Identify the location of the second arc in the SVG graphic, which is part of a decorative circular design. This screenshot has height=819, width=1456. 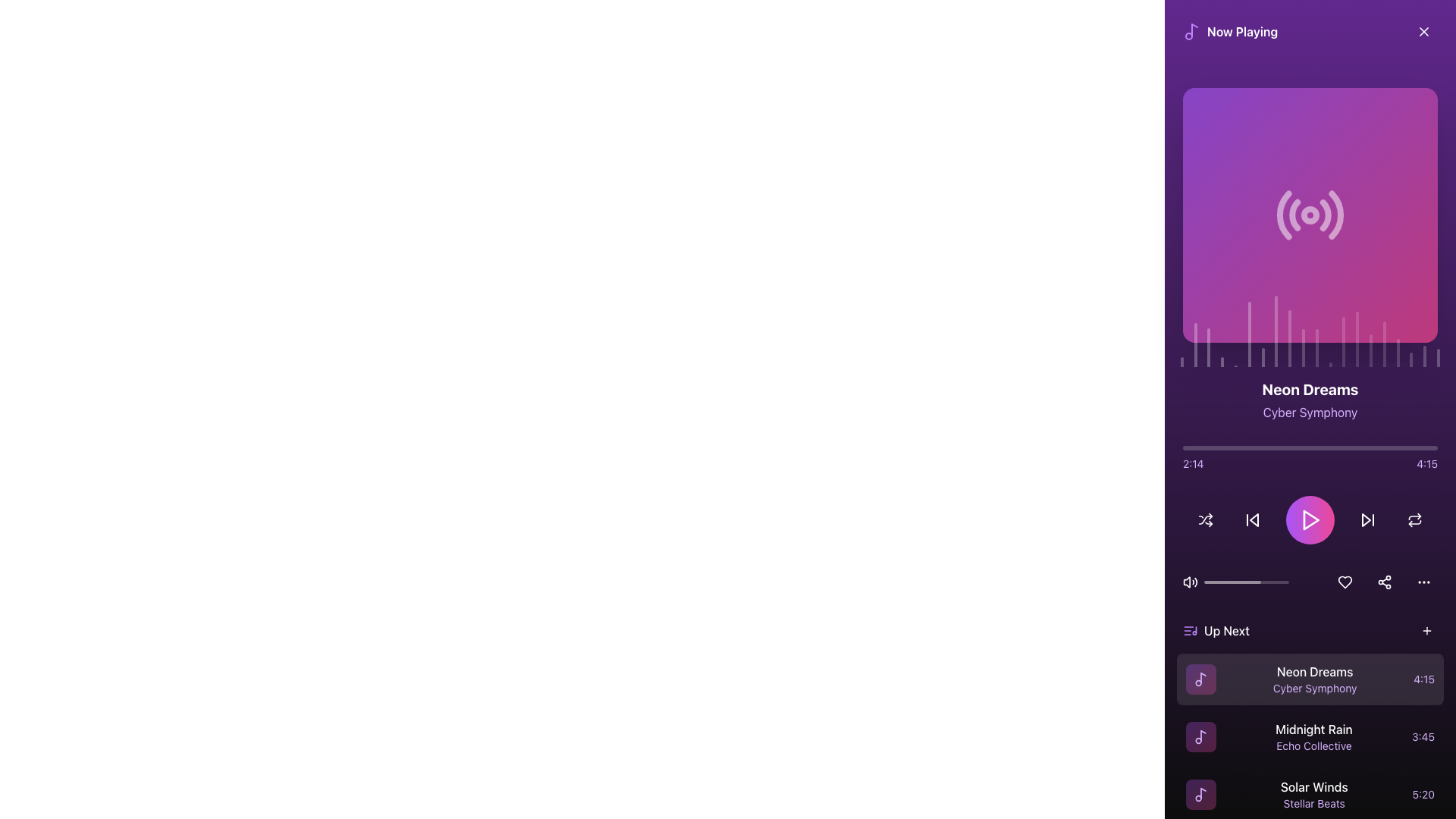
(1294, 215).